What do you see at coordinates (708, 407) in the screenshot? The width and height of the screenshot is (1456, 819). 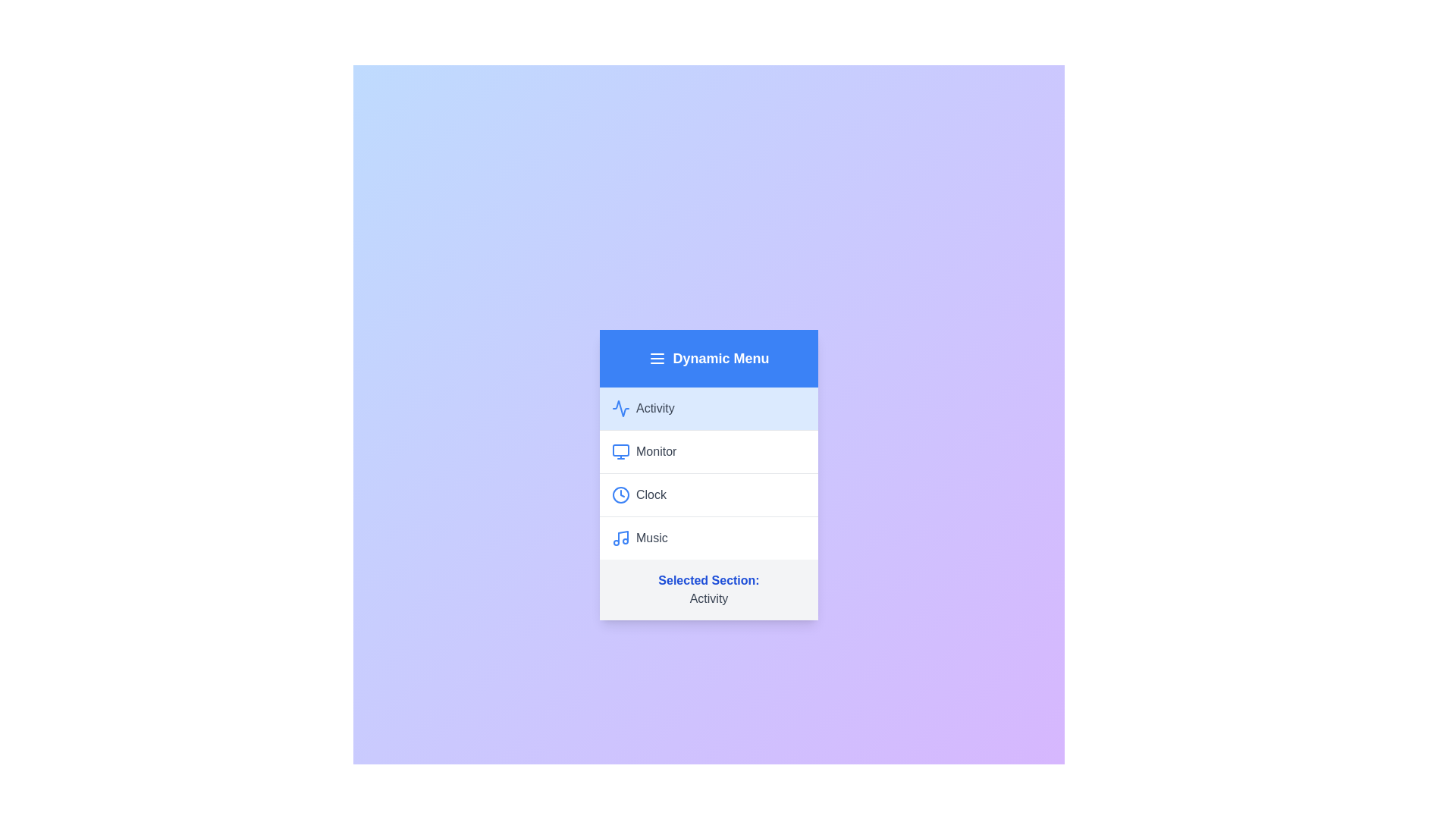 I see `the menu item Activity to switch the active section` at bounding box center [708, 407].